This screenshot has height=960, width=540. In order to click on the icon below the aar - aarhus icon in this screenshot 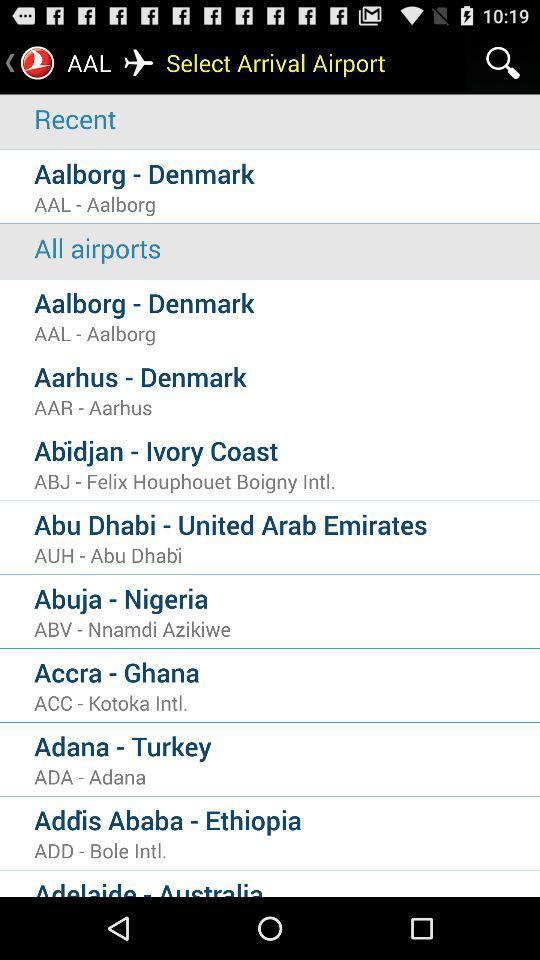, I will do `click(286, 450)`.